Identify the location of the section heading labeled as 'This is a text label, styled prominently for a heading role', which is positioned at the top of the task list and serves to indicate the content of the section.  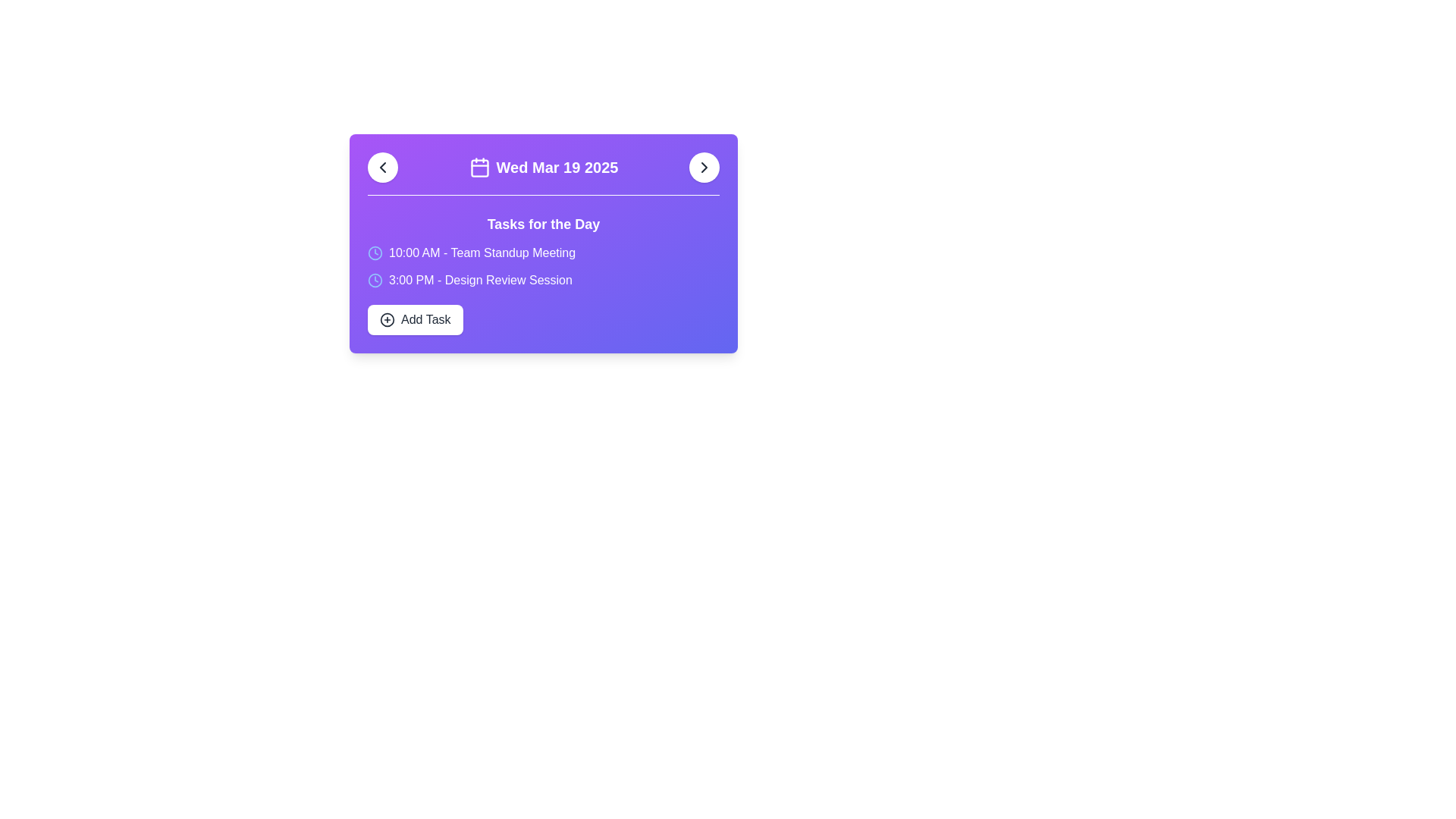
(543, 224).